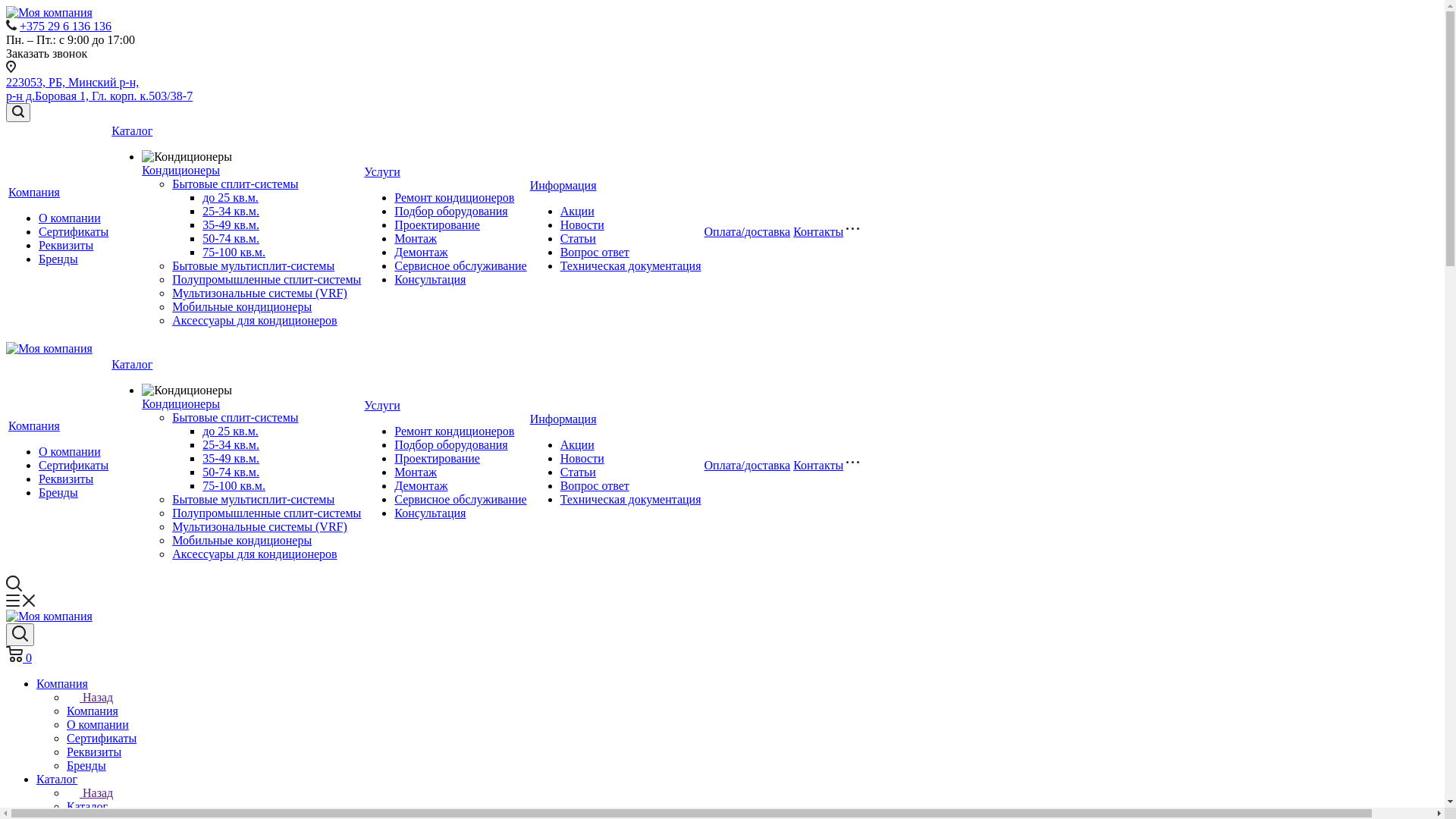 The height and width of the screenshot is (819, 1456). Describe the element at coordinates (64, 26) in the screenshot. I see `'+375 29 6 136 136'` at that location.